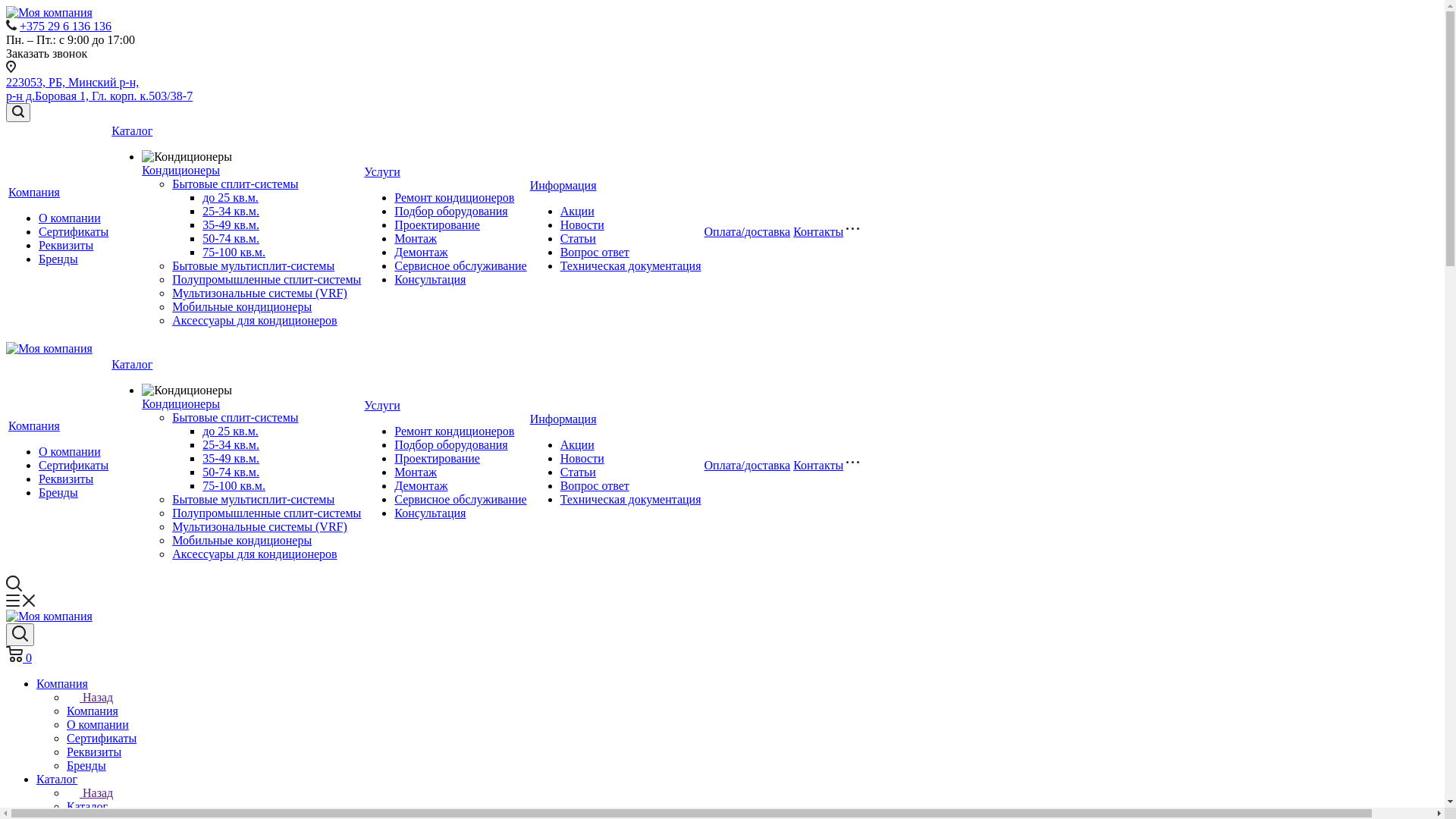 The height and width of the screenshot is (819, 1456). Describe the element at coordinates (64, 26) in the screenshot. I see `'+375 29 6 136 136'` at that location.